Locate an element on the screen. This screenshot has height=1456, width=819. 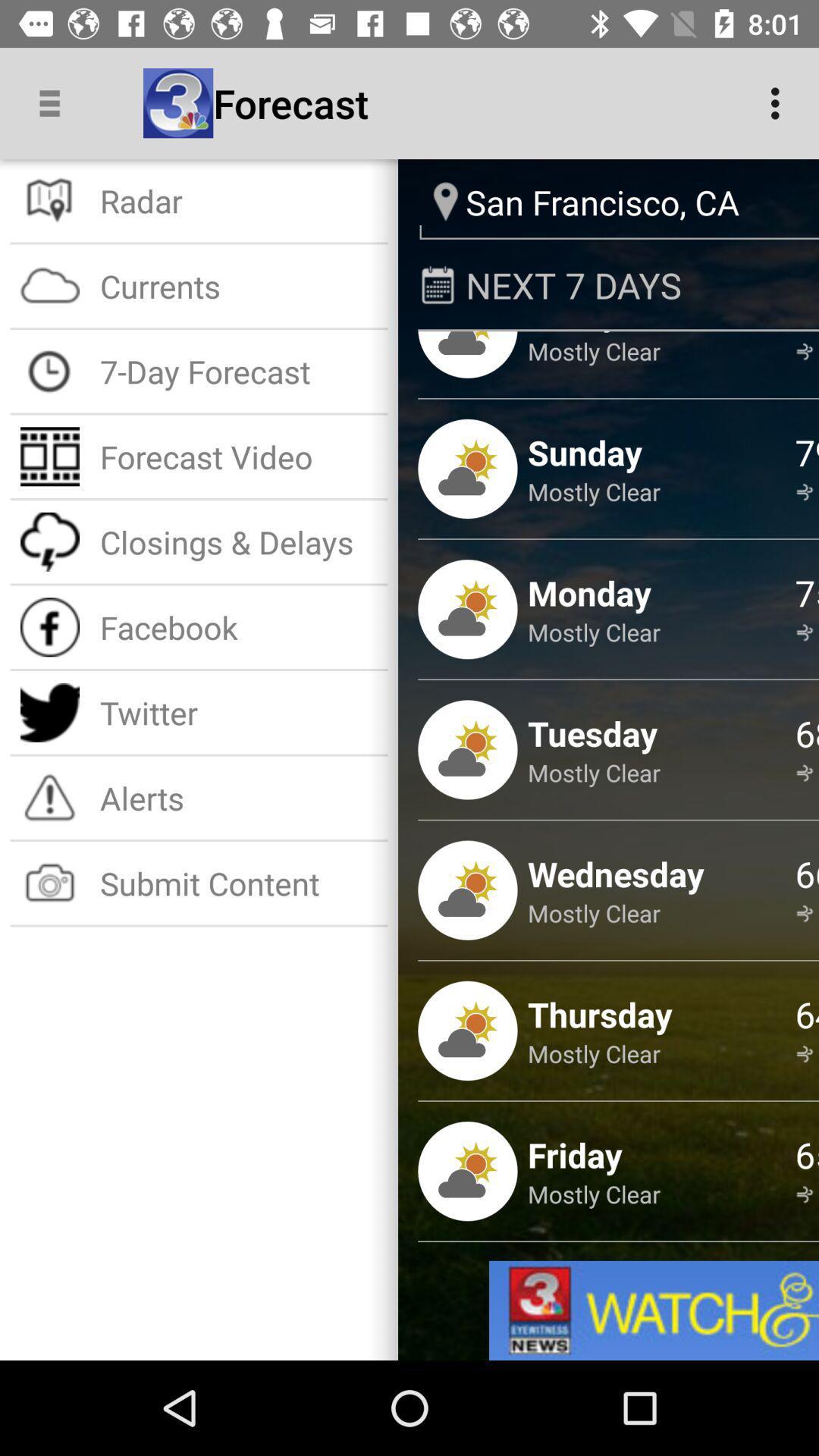
content selection is located at coordinates (653, 1310).